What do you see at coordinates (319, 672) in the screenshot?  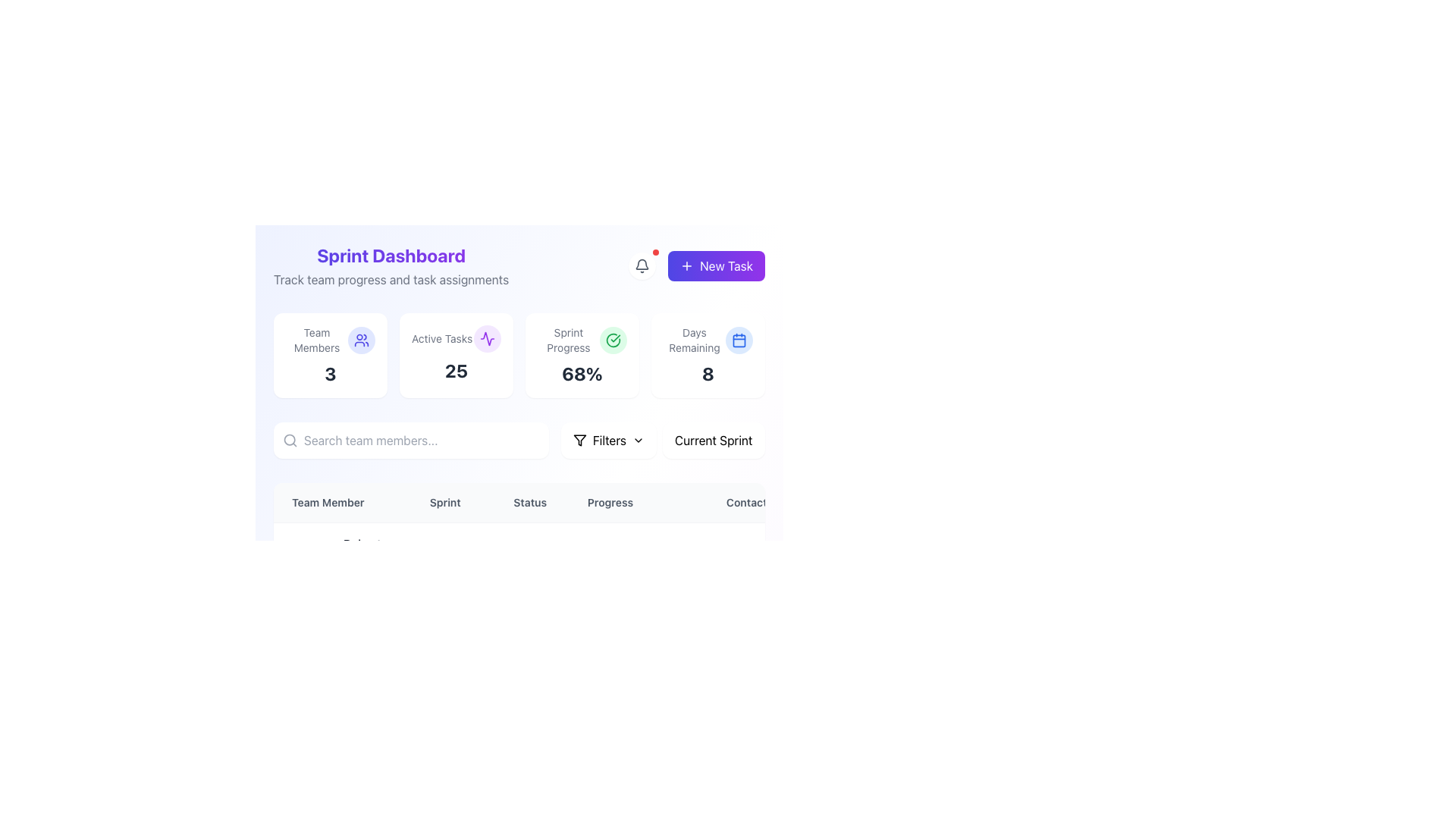 I see `the small circular badge located at the bottom right corner of the larger circular element containing the letter 'J', which has a yellow background and white border` at bounding box center [319, 672].